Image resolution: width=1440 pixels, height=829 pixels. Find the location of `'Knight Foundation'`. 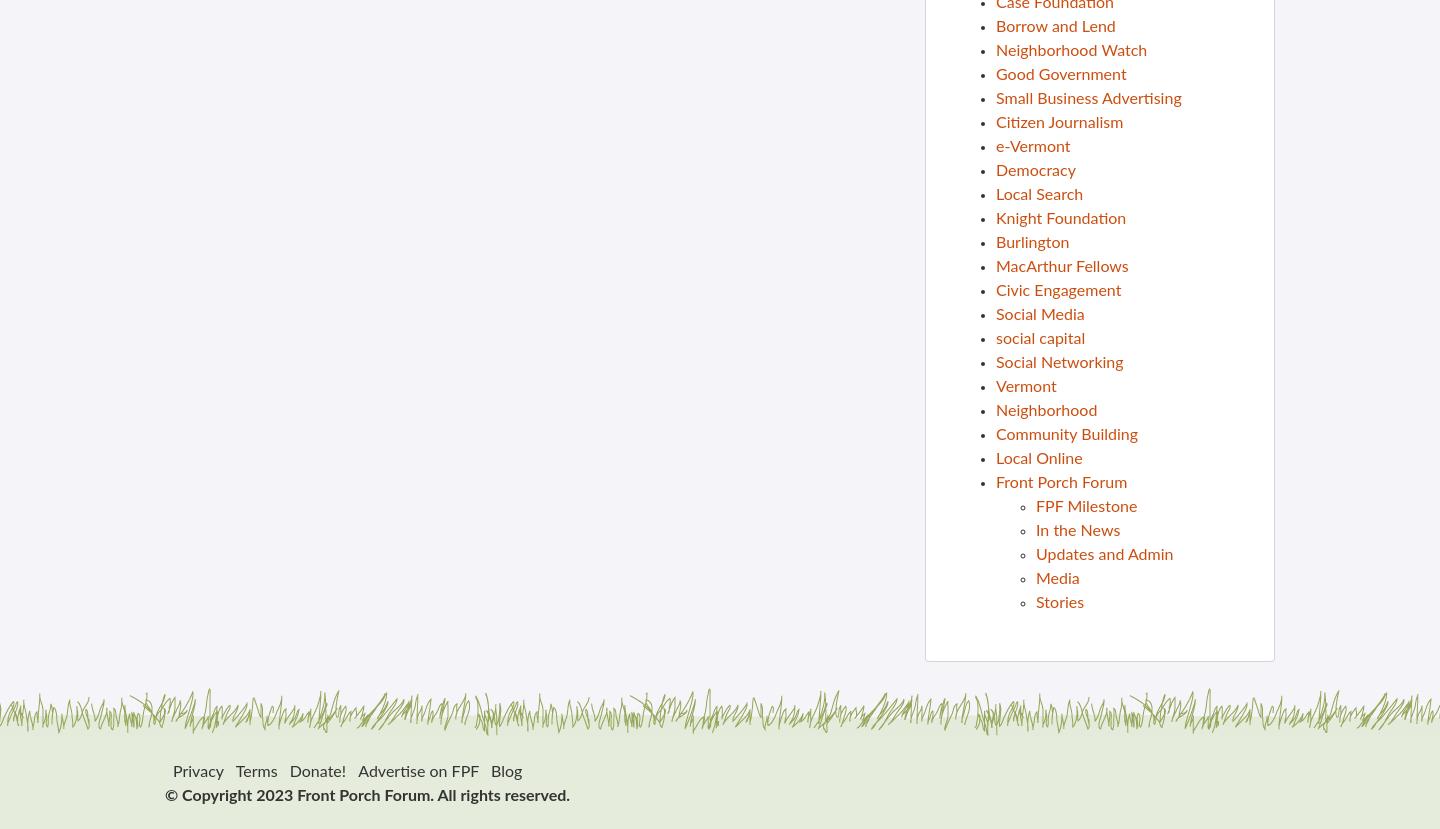

'Knight Foundation' is located at coordinates (1060, 217).